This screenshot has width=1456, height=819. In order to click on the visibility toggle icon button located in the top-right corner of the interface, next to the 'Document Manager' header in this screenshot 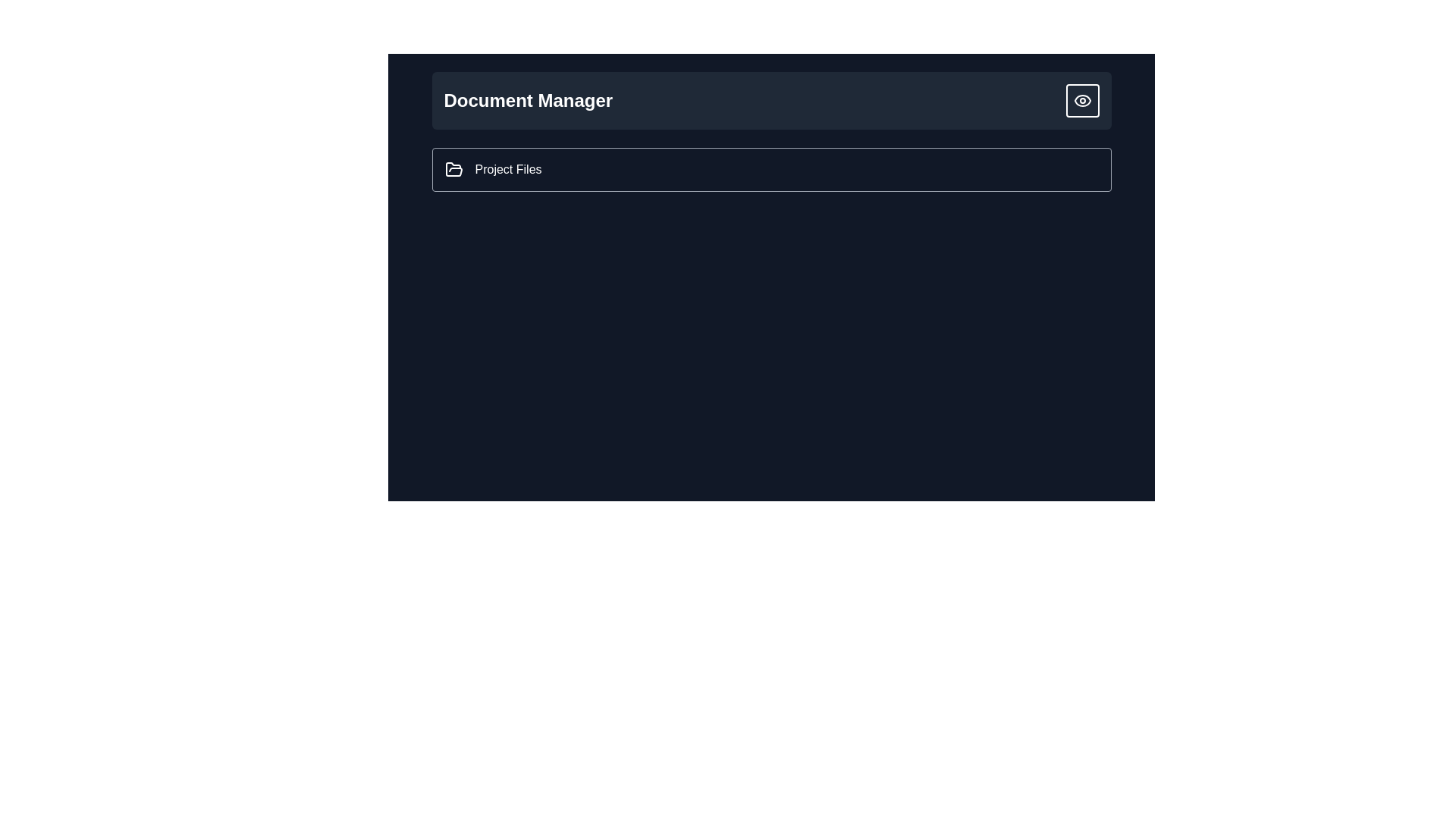, I will do `click(1081, 100)`.